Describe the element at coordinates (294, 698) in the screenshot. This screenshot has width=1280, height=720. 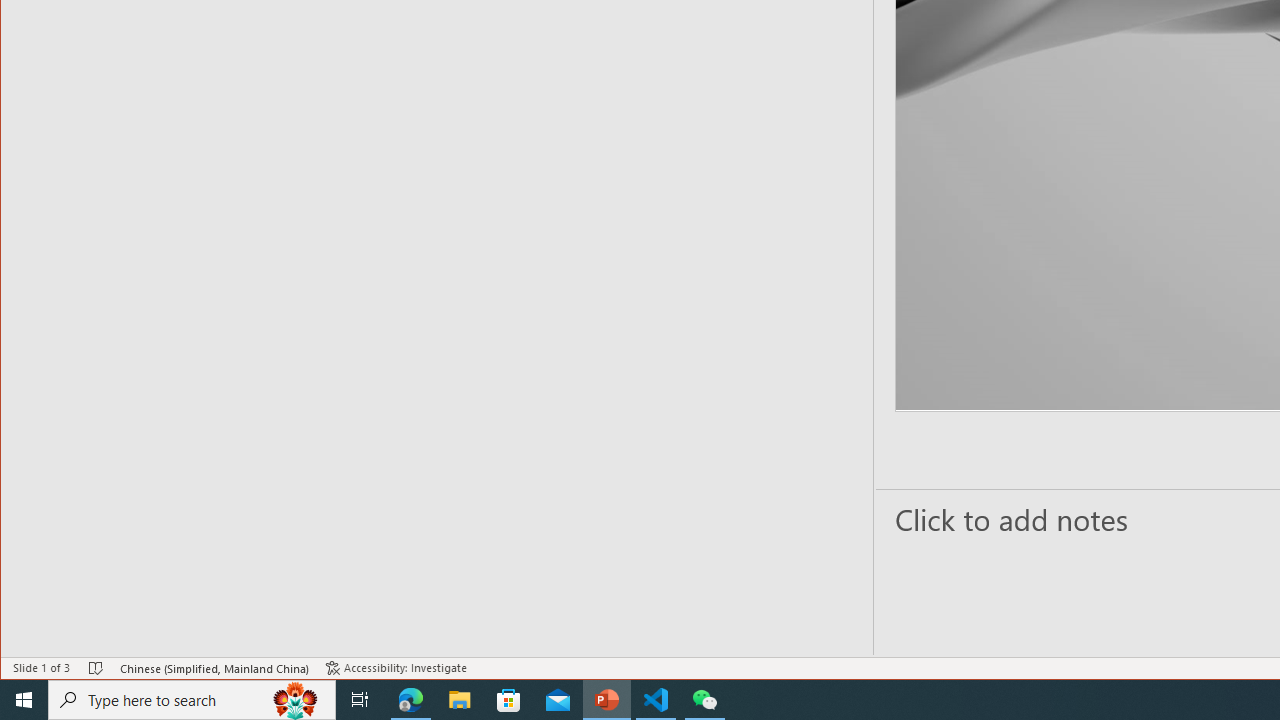
I see `'Search highlights icon opens search home window'` at that location.